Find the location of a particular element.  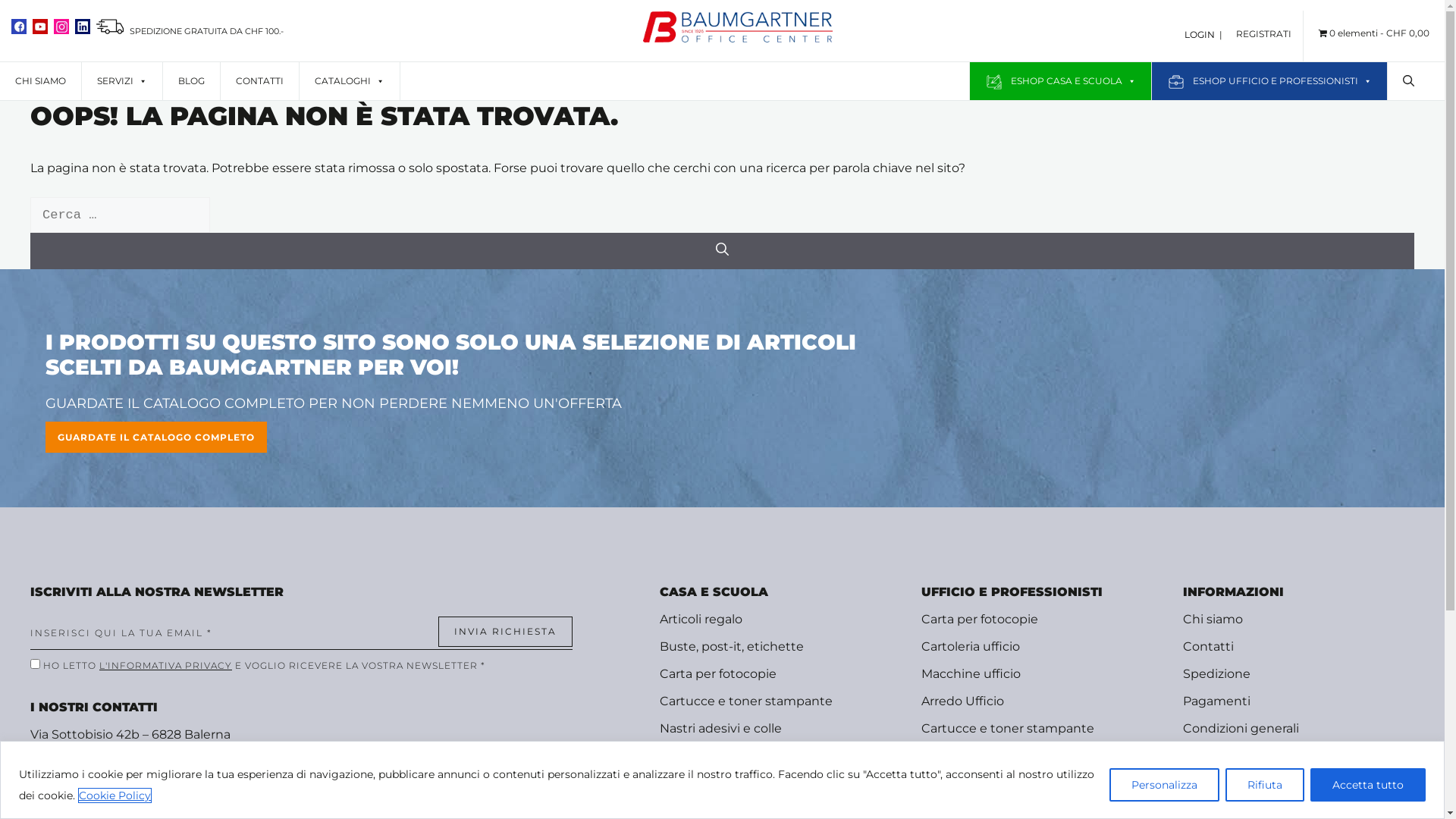

'L'INFORMATIVA PRIVACY' is located at coordinates (165, 664).